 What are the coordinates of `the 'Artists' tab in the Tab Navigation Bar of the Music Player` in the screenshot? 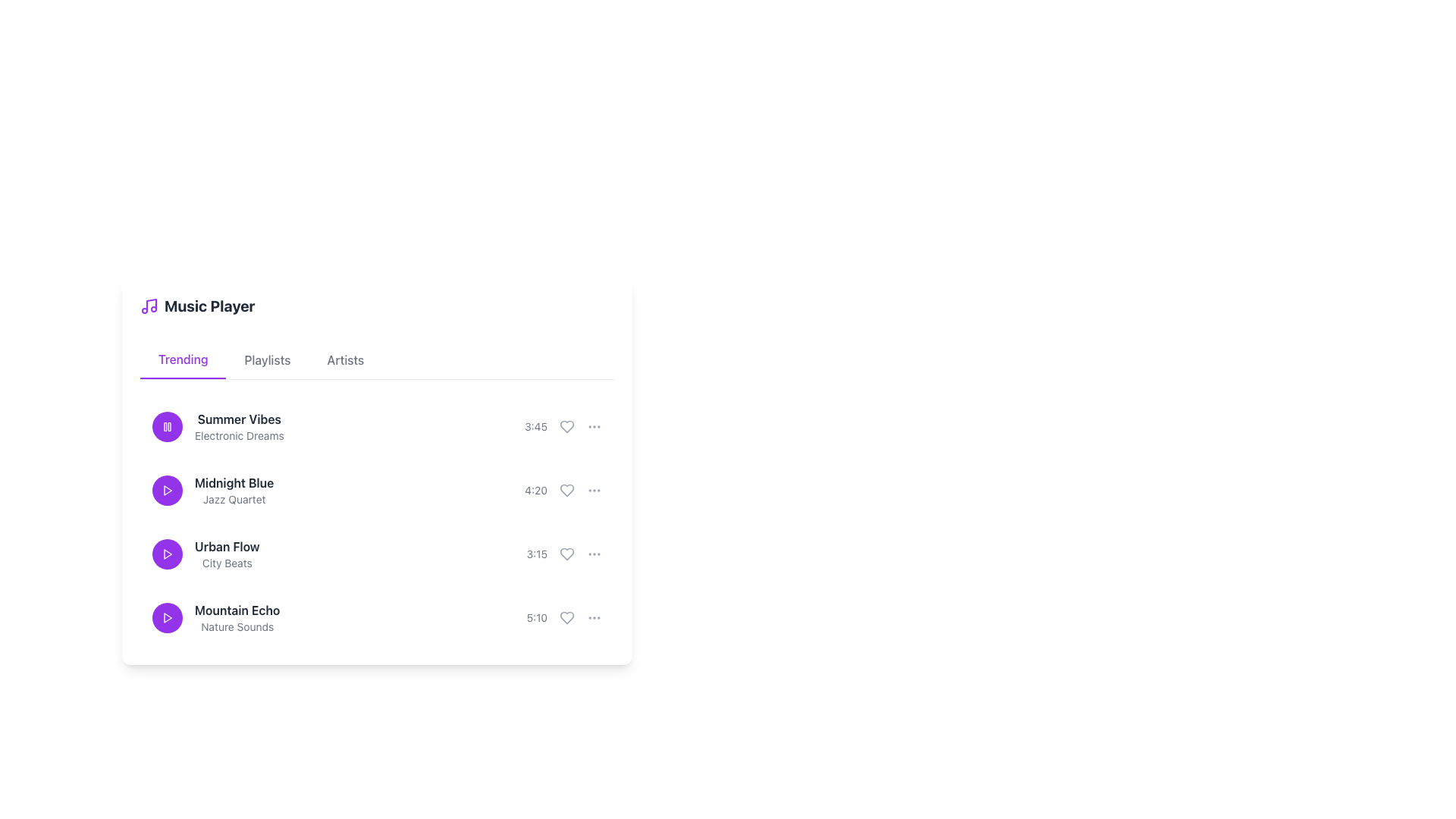 It's located at (377, 360).